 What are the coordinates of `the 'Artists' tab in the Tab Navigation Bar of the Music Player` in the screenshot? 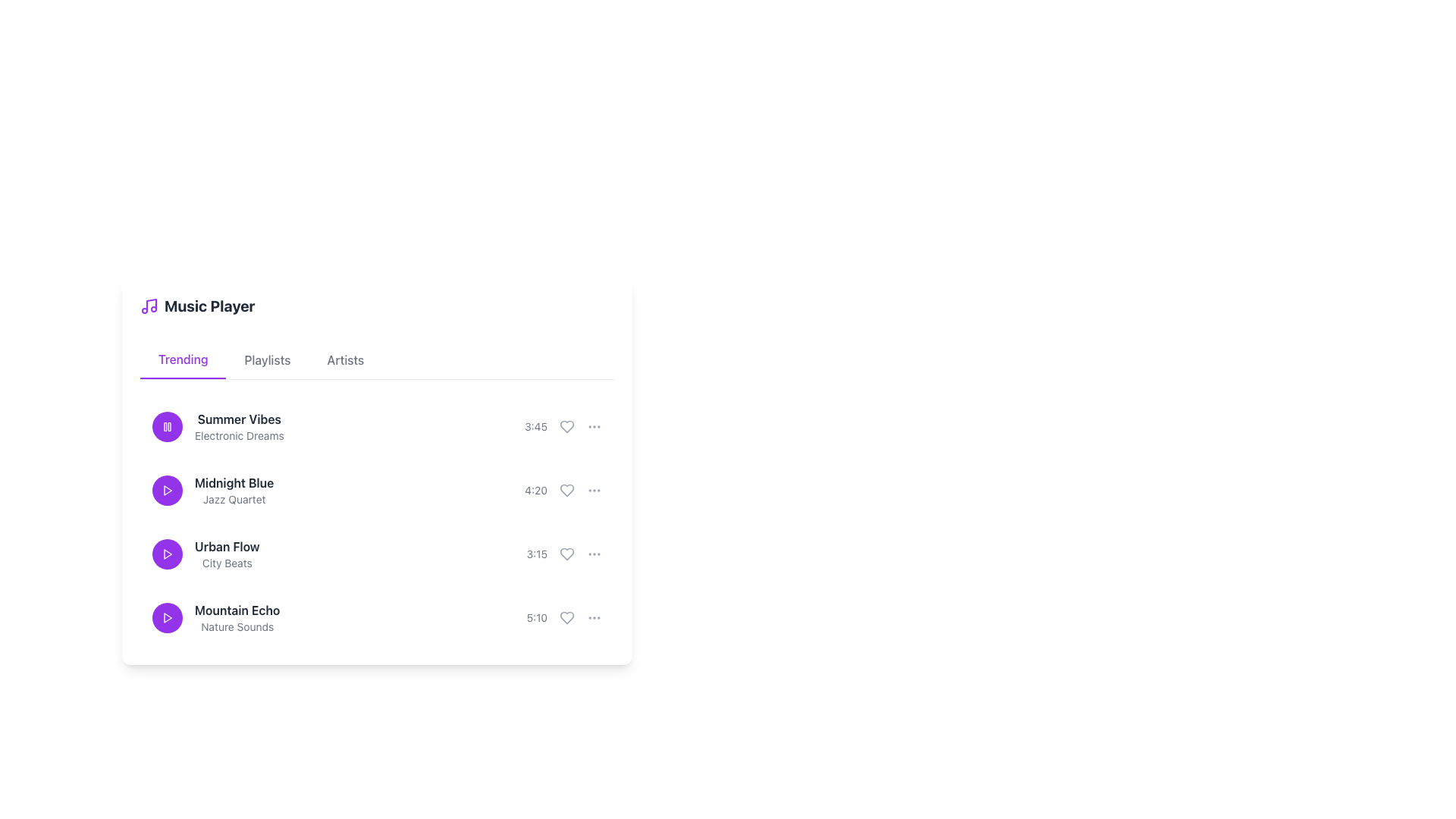 It's located at (377, 360).